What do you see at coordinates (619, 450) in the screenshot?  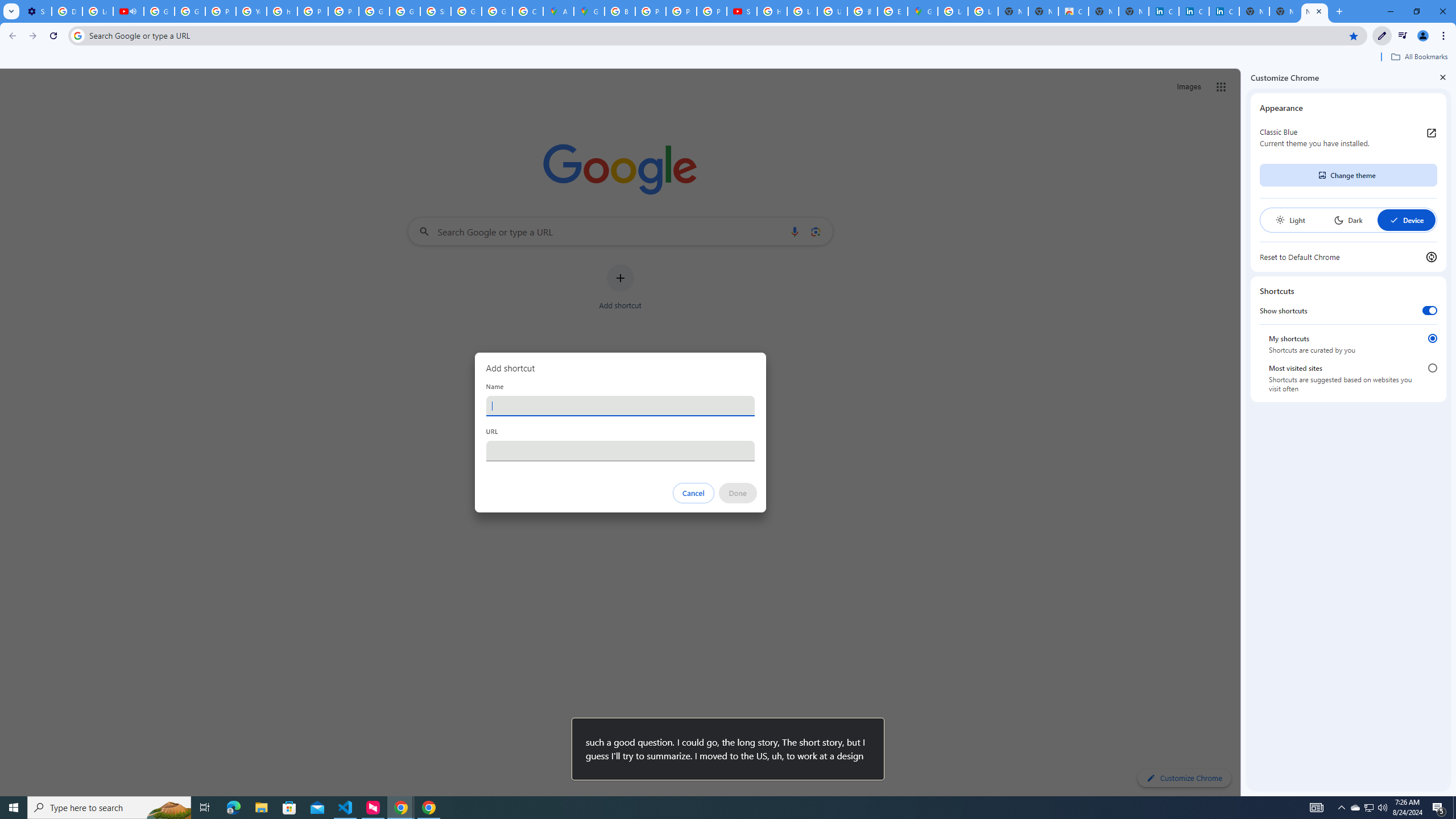 I see `'URL'` at bounding box center [619, 450].